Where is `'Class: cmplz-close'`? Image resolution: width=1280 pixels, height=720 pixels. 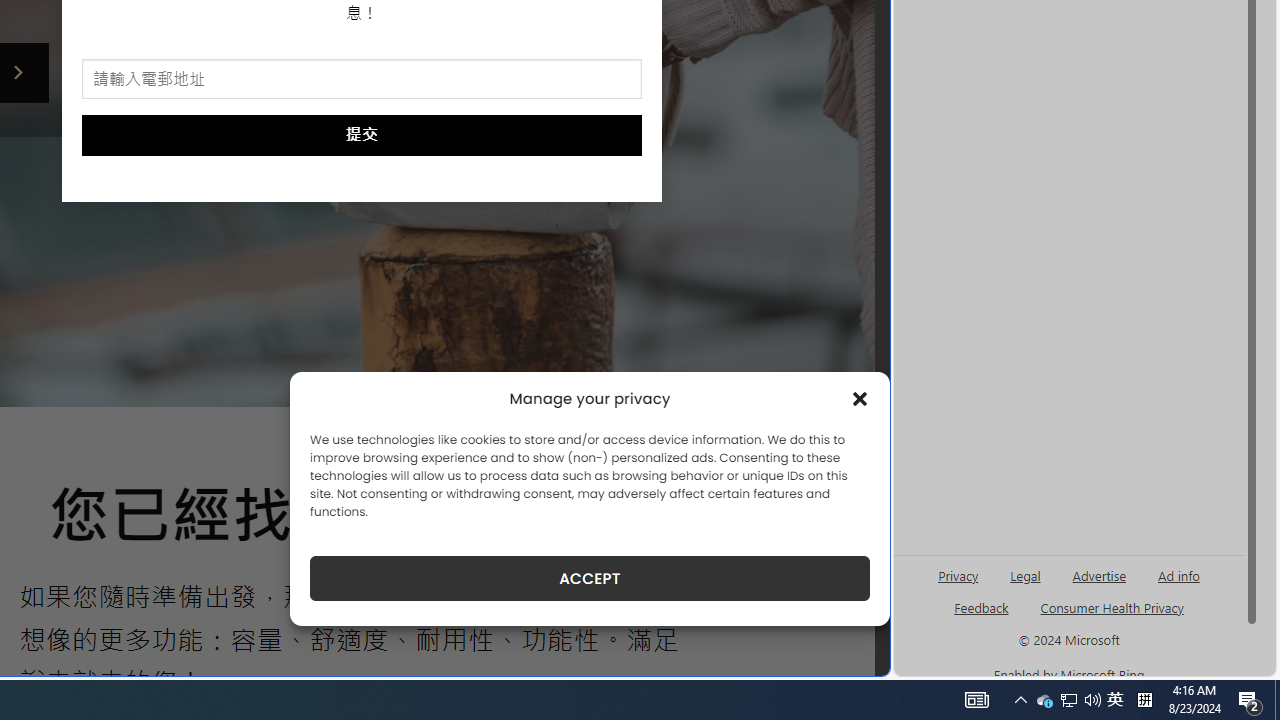 'Class: cmplz-close' is located at coordinates (860, 398).